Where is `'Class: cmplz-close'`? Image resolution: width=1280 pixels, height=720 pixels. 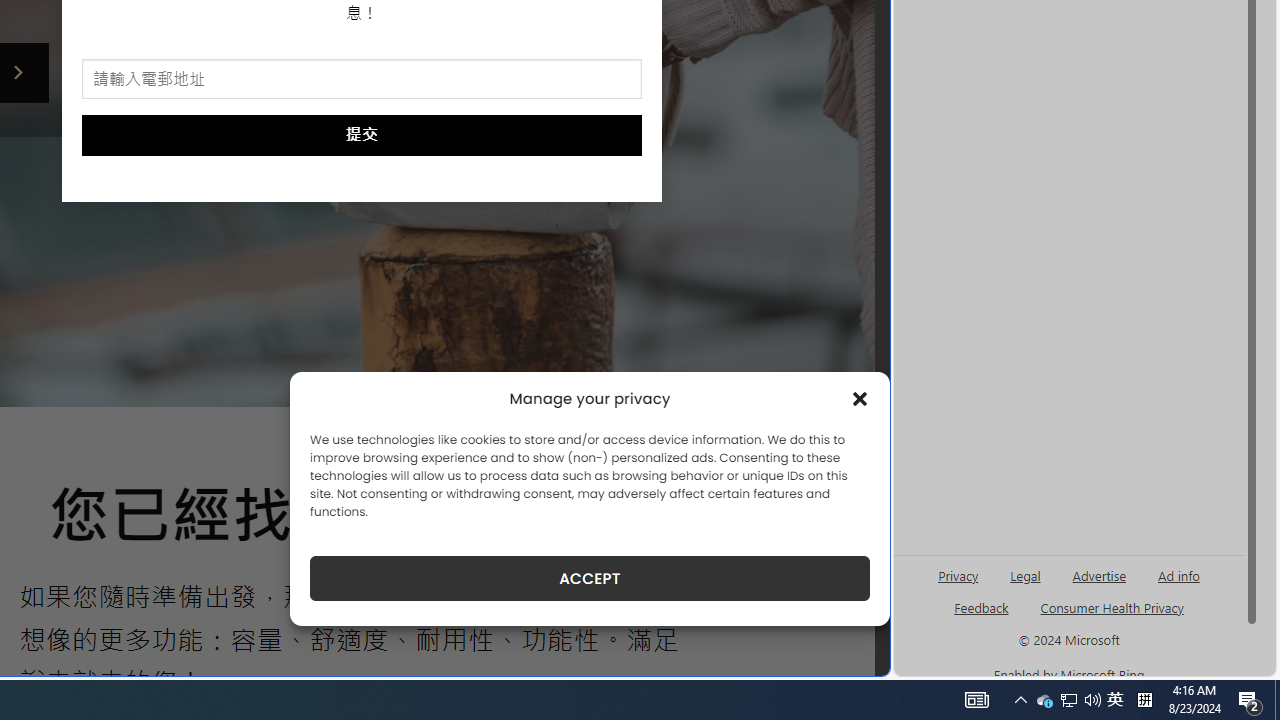 'Class: cmplz-close' is located at coordinates (860, 398).